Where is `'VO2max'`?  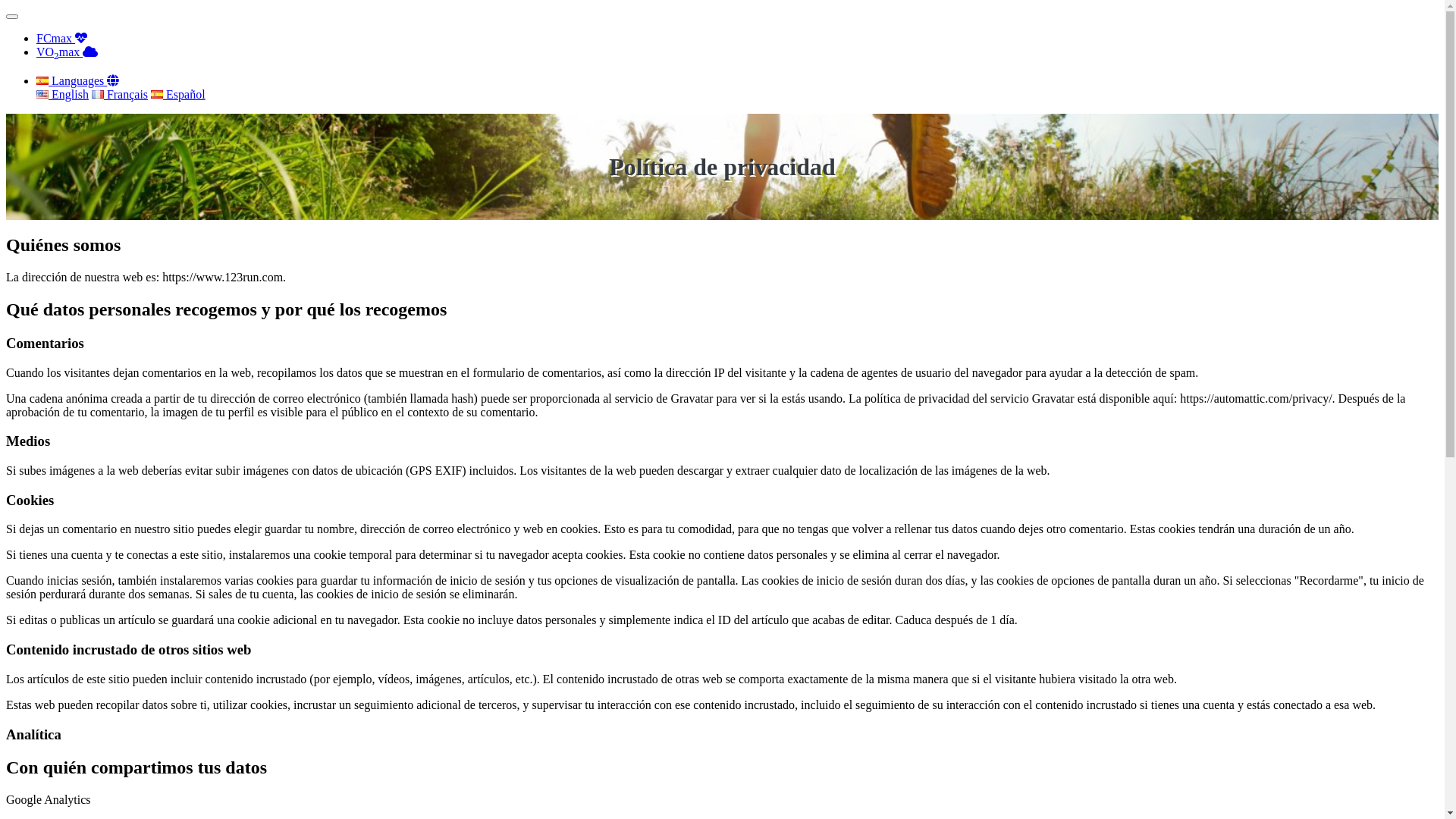
'VO2max' is located at coordinates (66, 51).